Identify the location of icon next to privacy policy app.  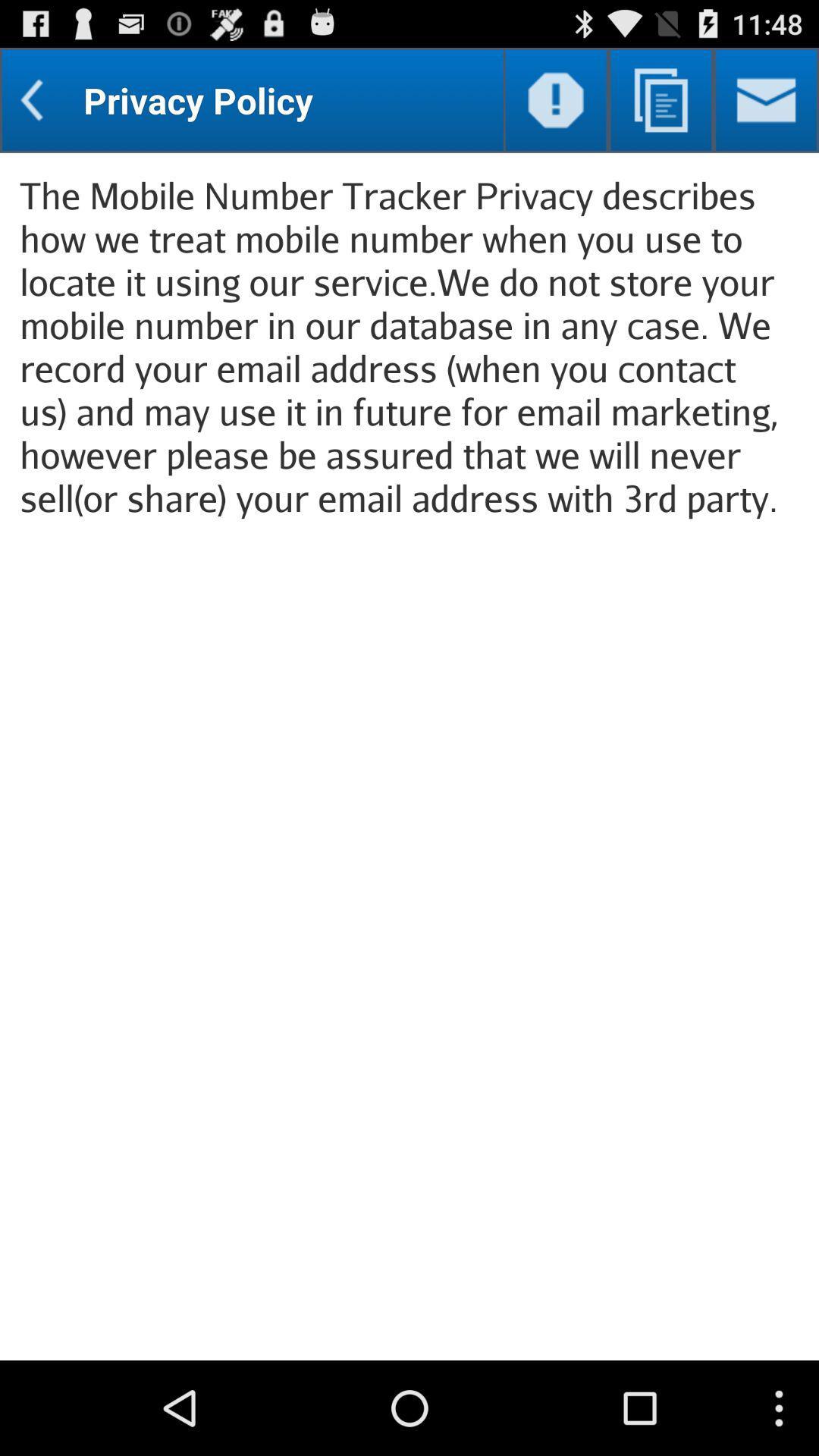
(556, 99).